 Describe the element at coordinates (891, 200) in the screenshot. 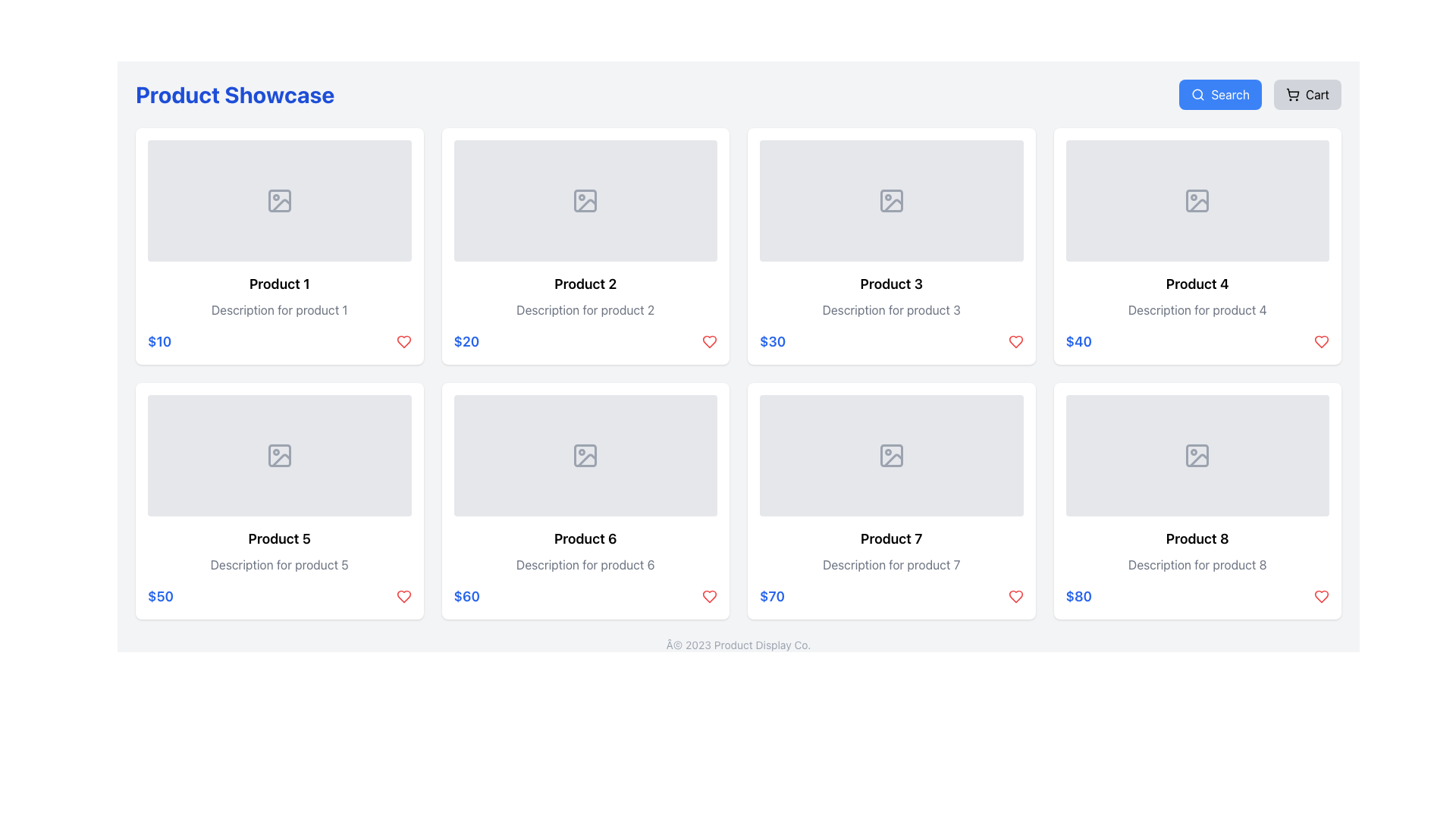

I see `the image placeholder icon for 'Product 3' located in the first row and third column of the product grid` at that location.